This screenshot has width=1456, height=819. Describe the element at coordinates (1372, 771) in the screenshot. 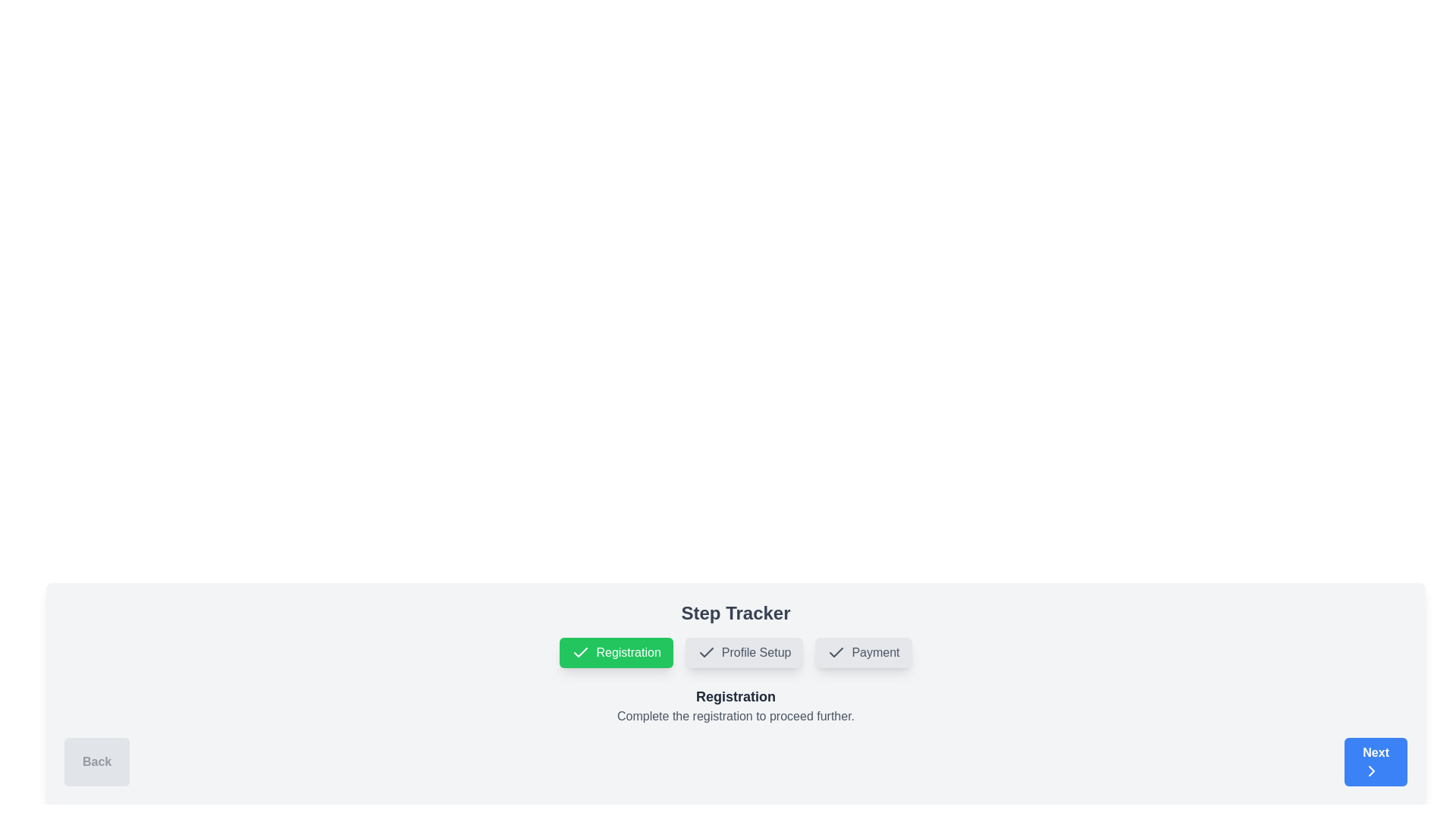

I see `the chevron icon within the 'Next' button located in the lower-right corner of the interface` at that location.